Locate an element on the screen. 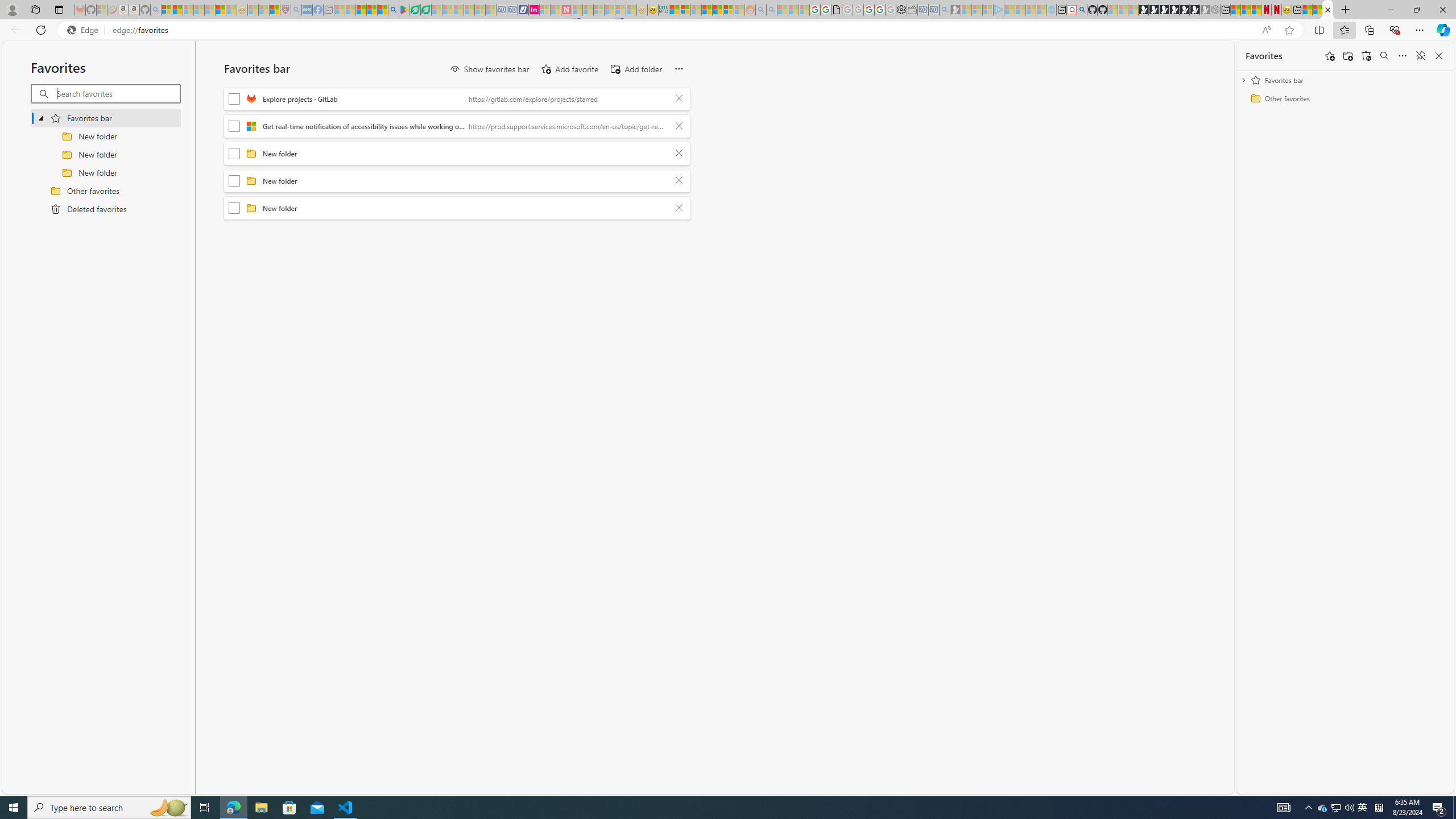 Image resolution: width=1456 pixels, height=819 pixels. 'Collections' is located at coordinates (1368, 29).